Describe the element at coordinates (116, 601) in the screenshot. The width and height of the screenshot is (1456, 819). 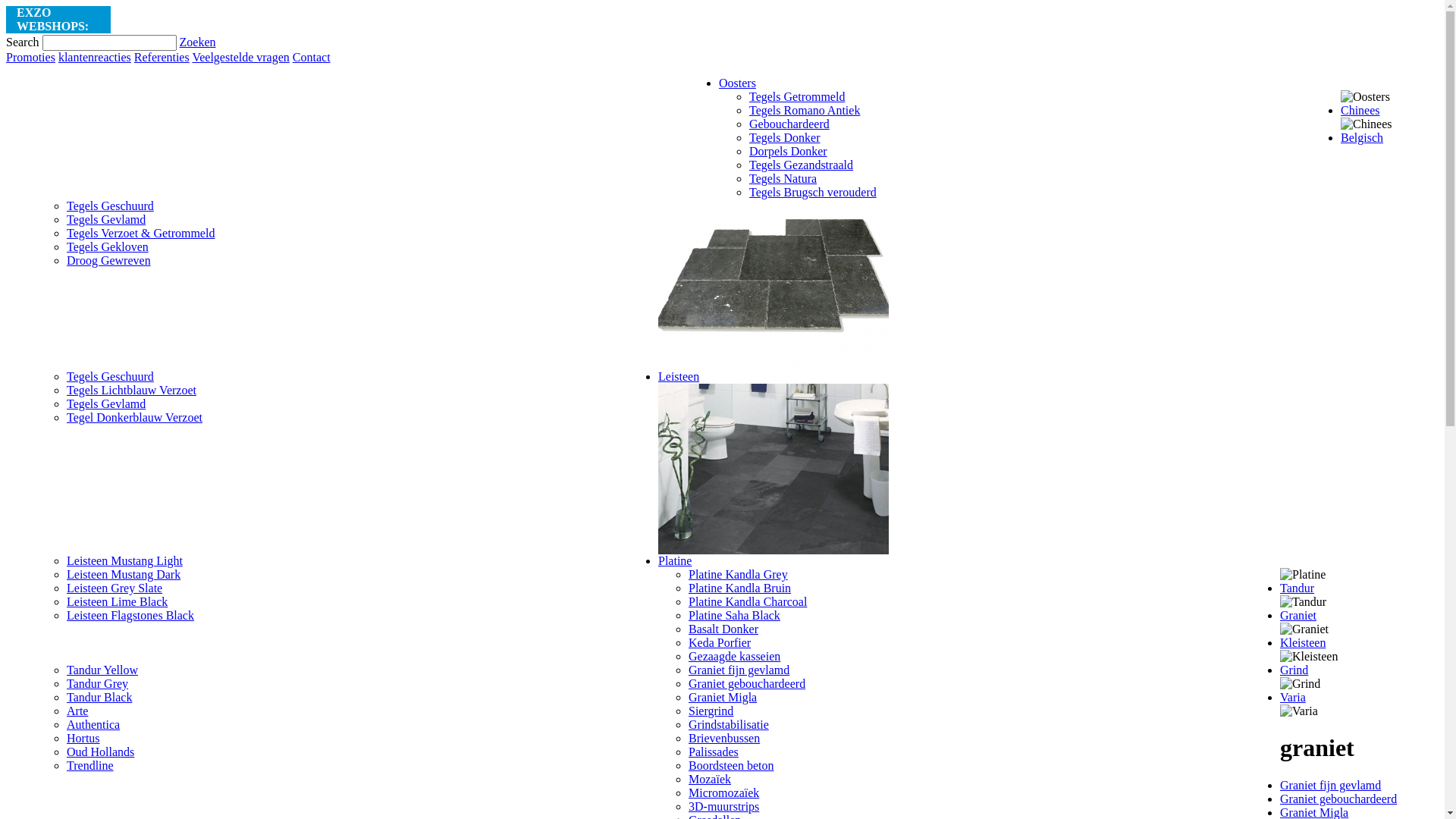
I see `'Leisteen Lime Black'` at that location.